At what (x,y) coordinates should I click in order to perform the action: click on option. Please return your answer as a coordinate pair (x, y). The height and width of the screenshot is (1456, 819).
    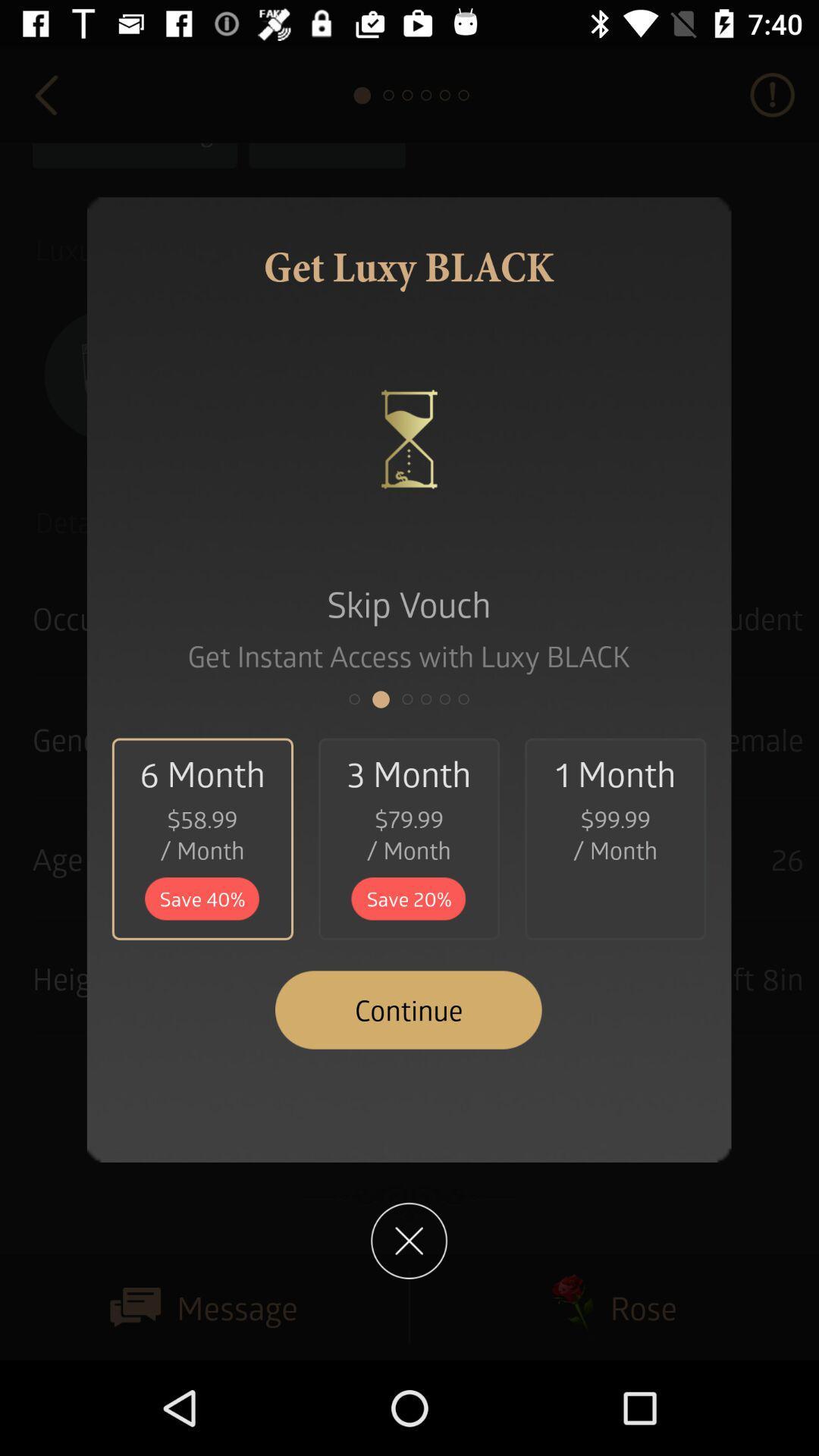
    Looking at the image, I should click on (408, 1241).